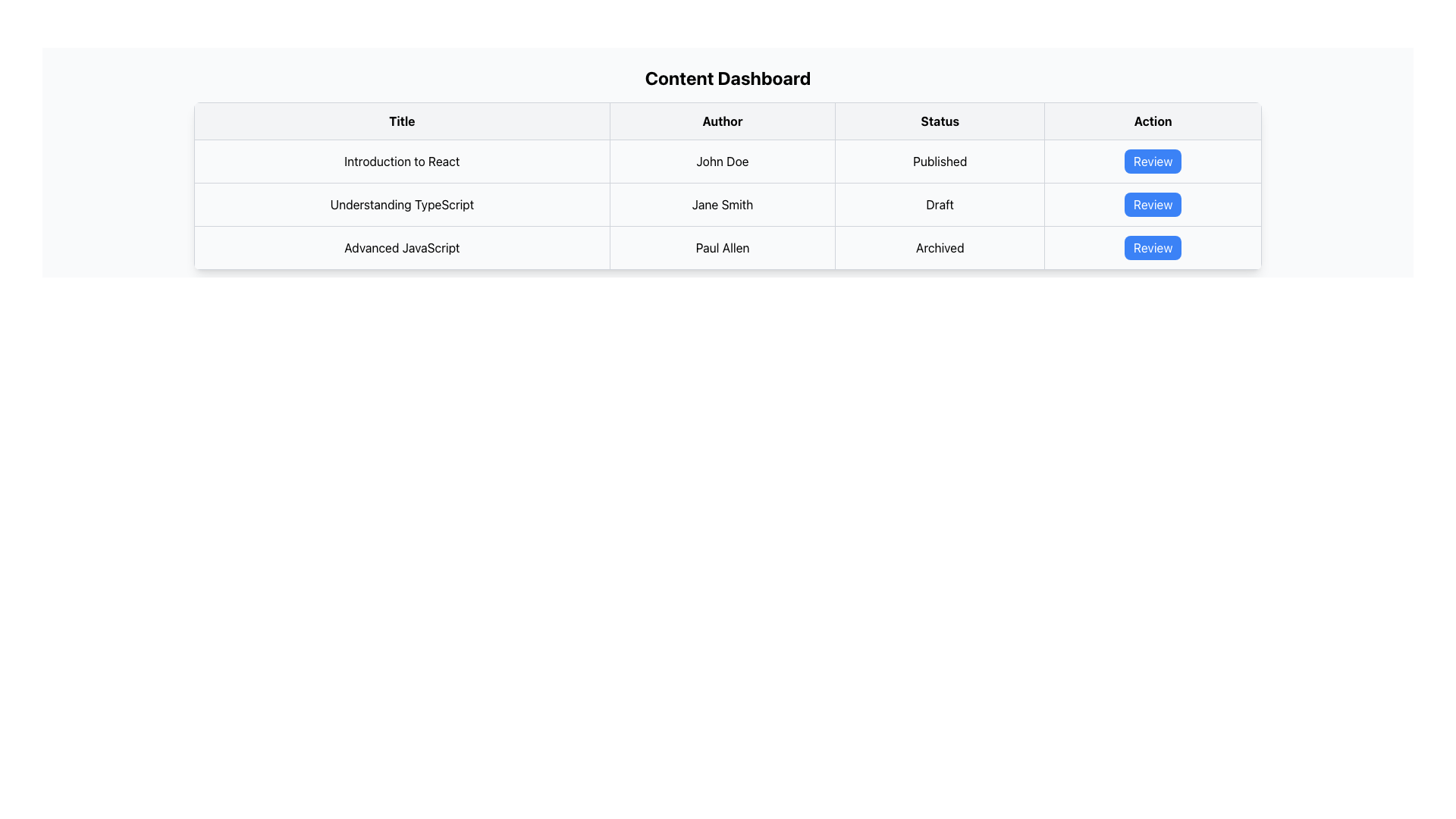 The height and width of the screenshot is (819, 1456). What do you see at coordinates (1153, 247) in the screenshot?
I see `the button located in the 'Action' column of the table corresponding to 'Advanced JavaScript'` at bounding box center [1153, 247].